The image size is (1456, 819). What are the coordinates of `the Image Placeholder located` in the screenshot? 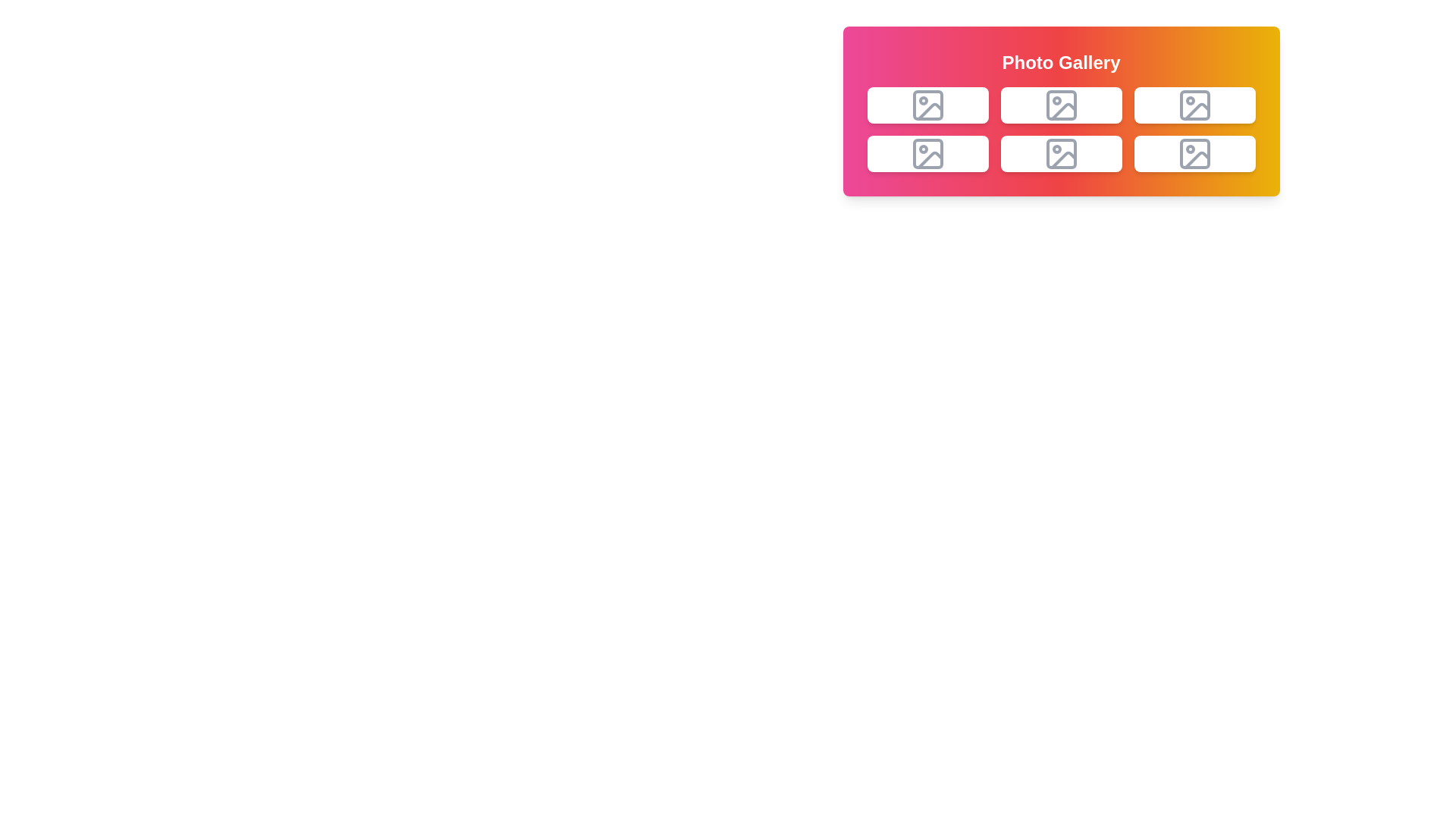 It's located at (1194, 154).